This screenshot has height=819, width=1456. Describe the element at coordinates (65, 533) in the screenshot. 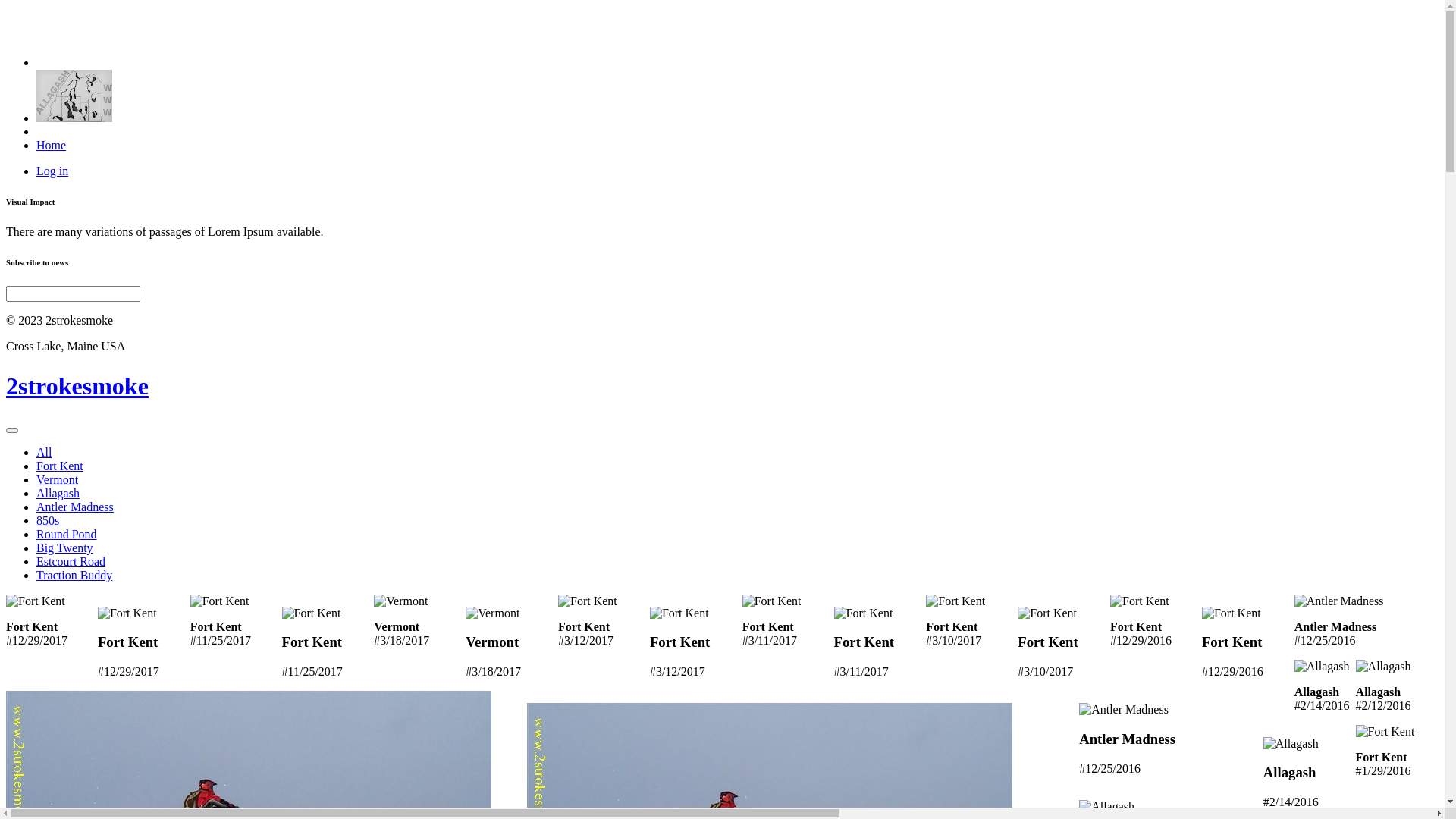

I see `'Round Pond'` at that location.